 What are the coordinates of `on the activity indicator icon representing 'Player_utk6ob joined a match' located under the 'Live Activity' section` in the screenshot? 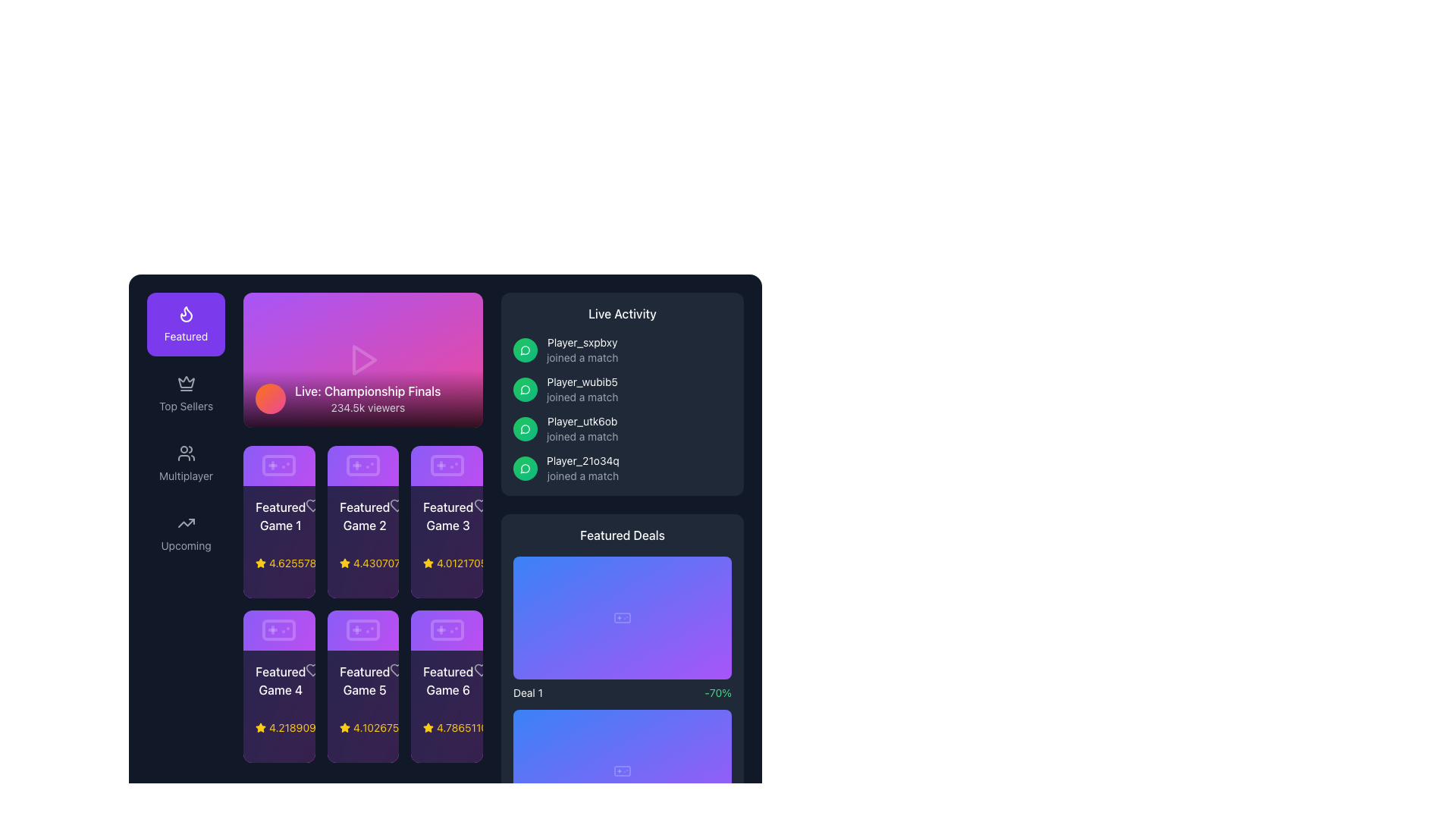 It's located at (525, 429).